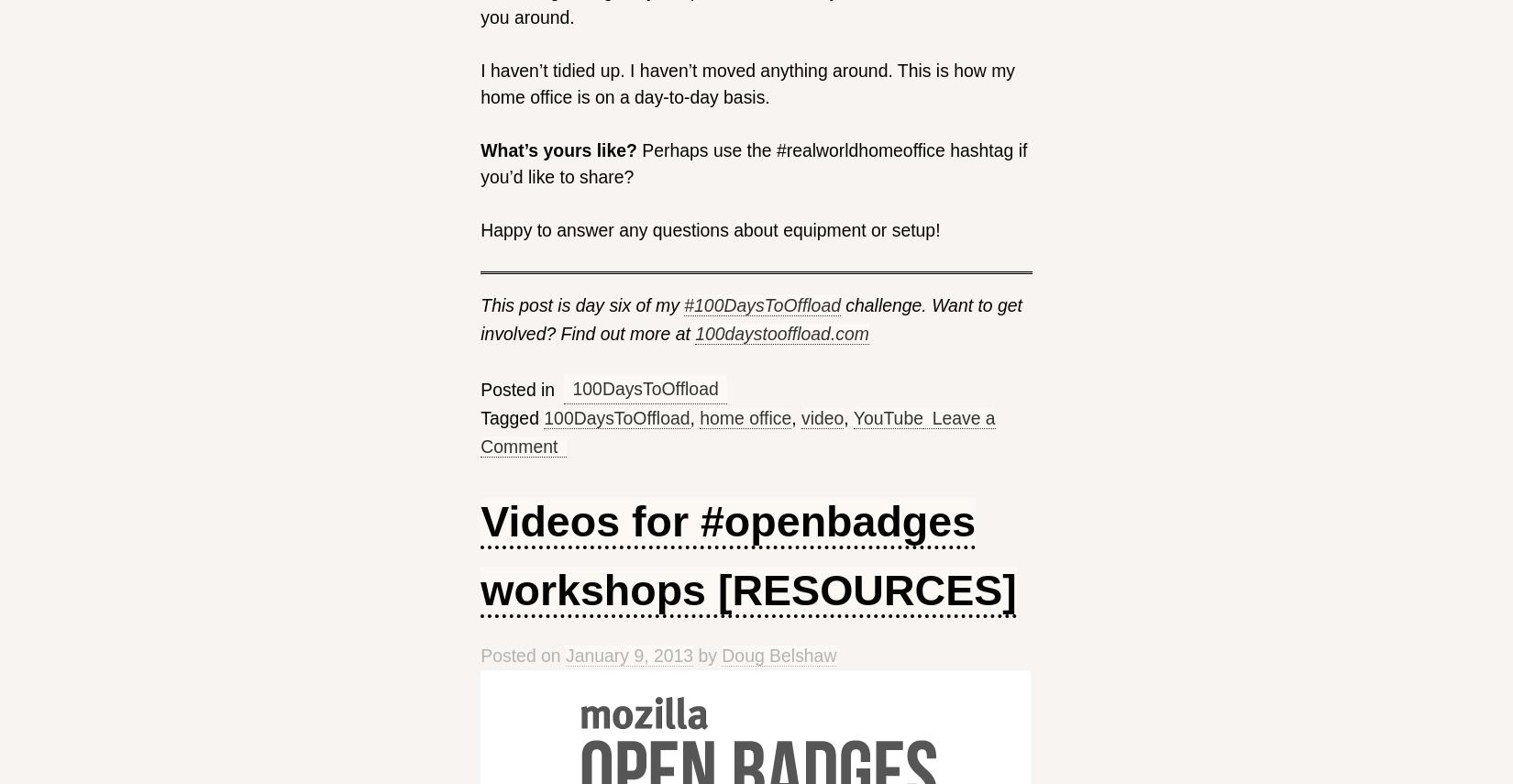 The width and height of the screenshot is (1513, 784). Describe the element at coordinates (694, 332) in the screenshot. I see `'100daystooffload.com'` at that location.